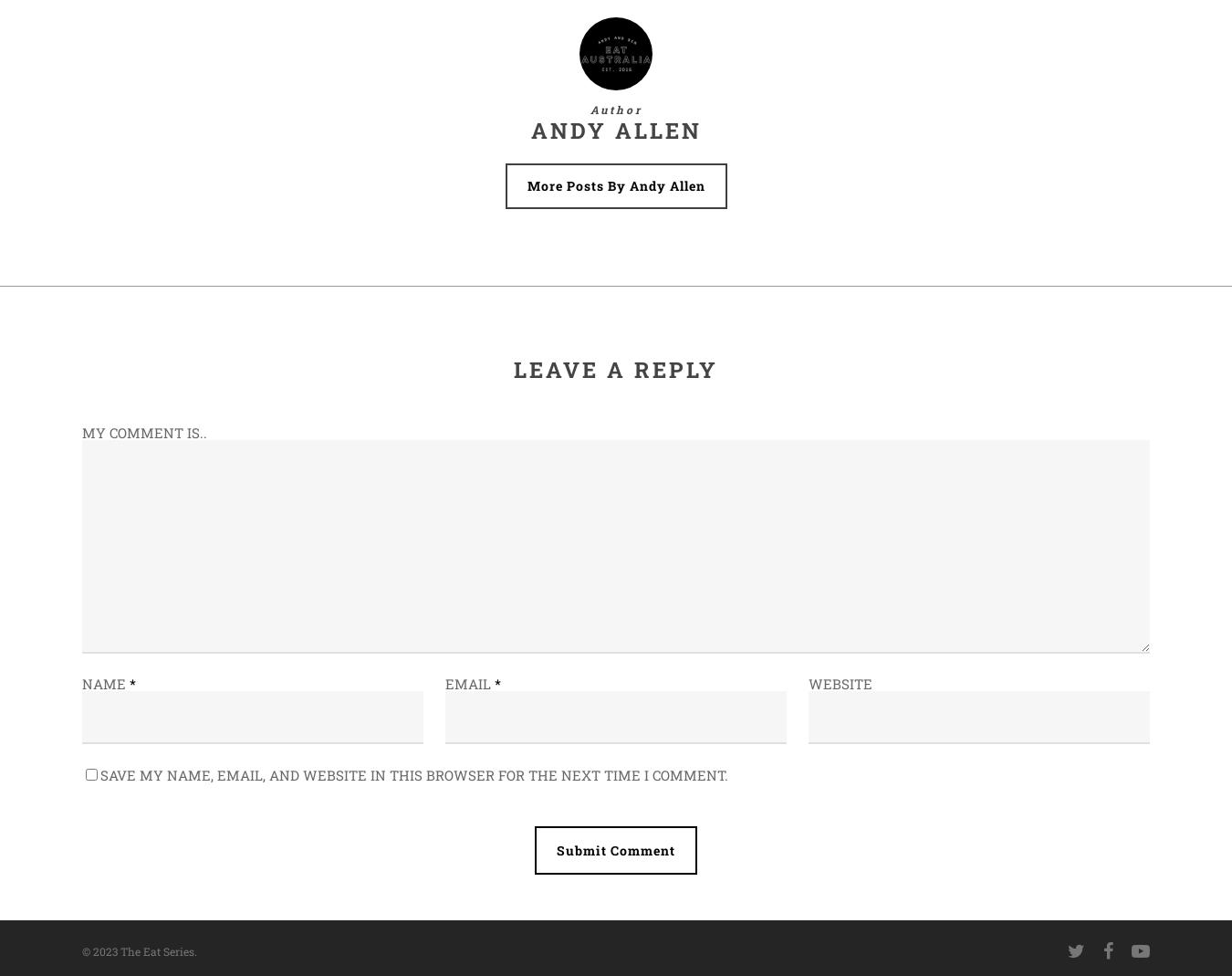 This screenshot has height=976, width=1232. I want to click on 'Save my name, email, and website in this browser for the next time I comment.', so click(413, 774).